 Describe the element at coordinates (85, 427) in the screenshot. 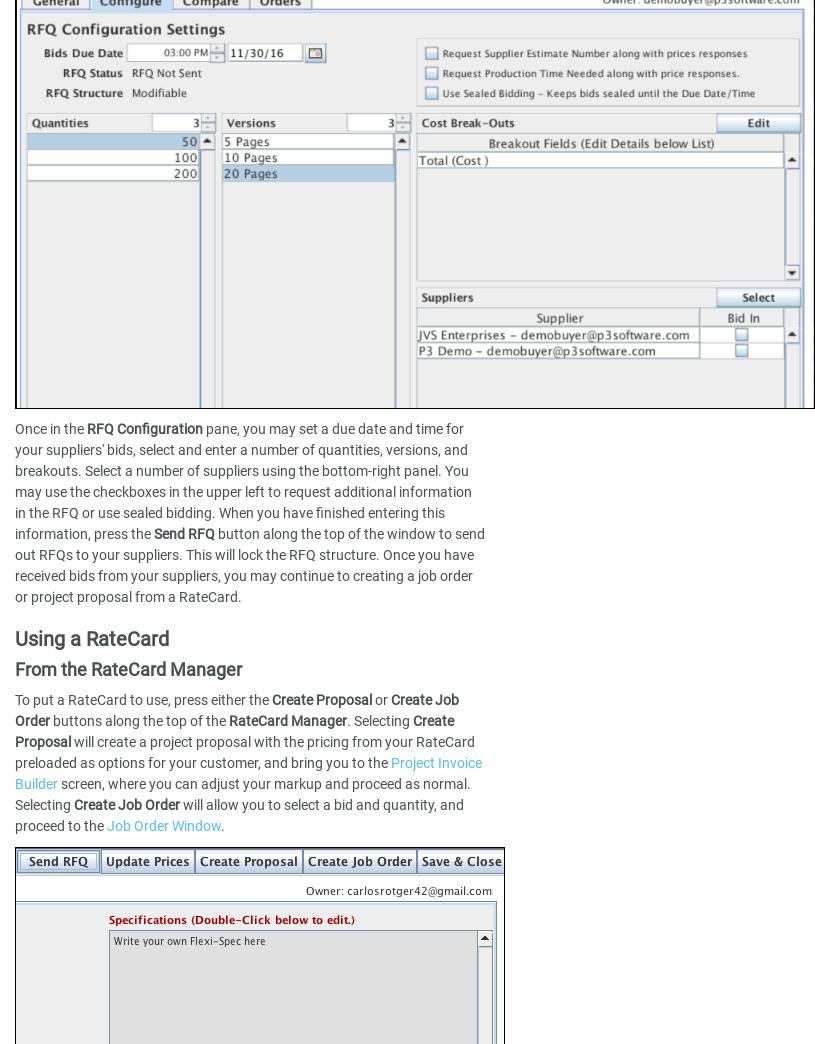

I see `'RFQ Configuration'` at that location.